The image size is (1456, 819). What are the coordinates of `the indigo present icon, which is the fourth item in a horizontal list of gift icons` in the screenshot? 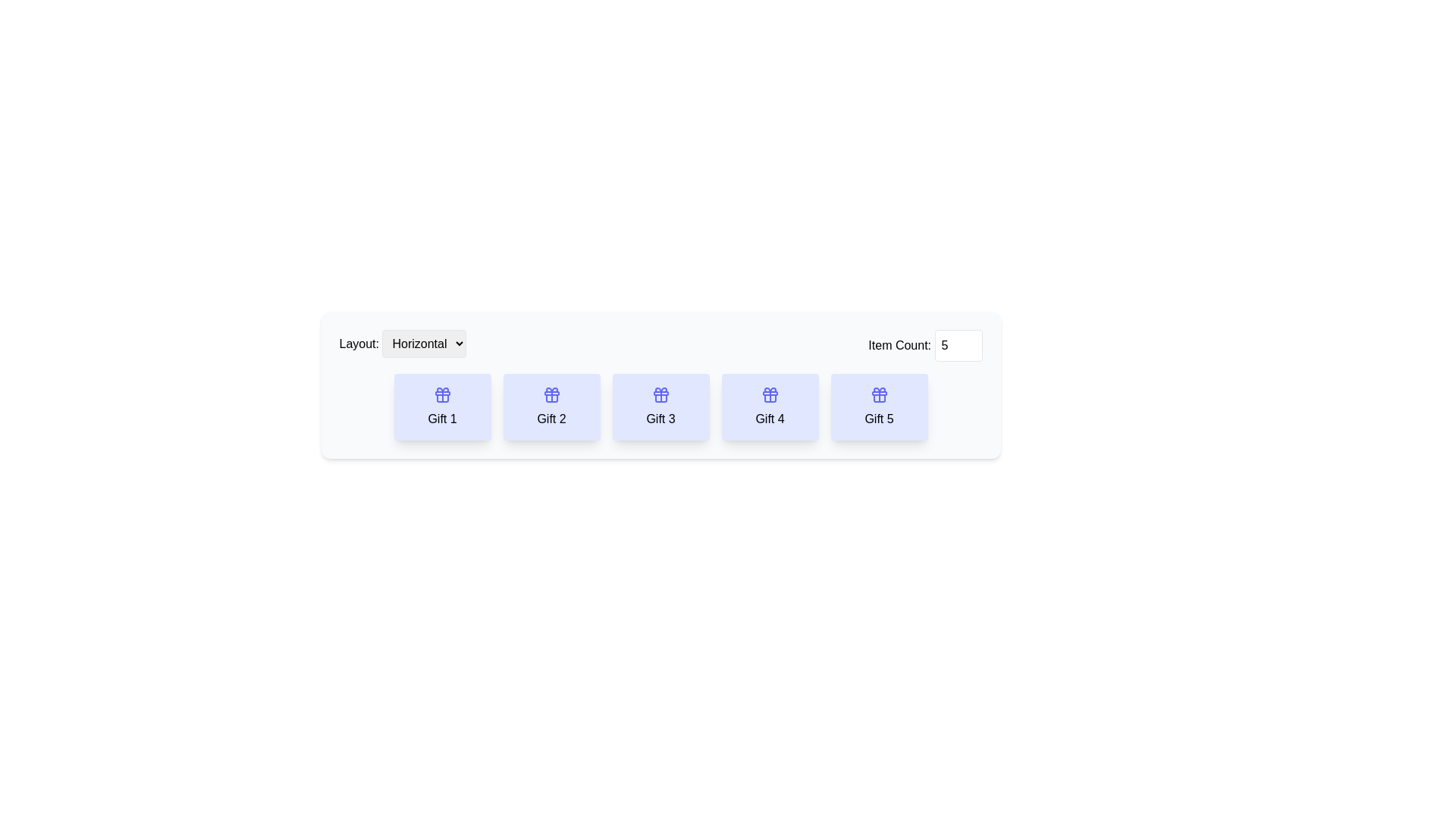 It's located at (770, 394).